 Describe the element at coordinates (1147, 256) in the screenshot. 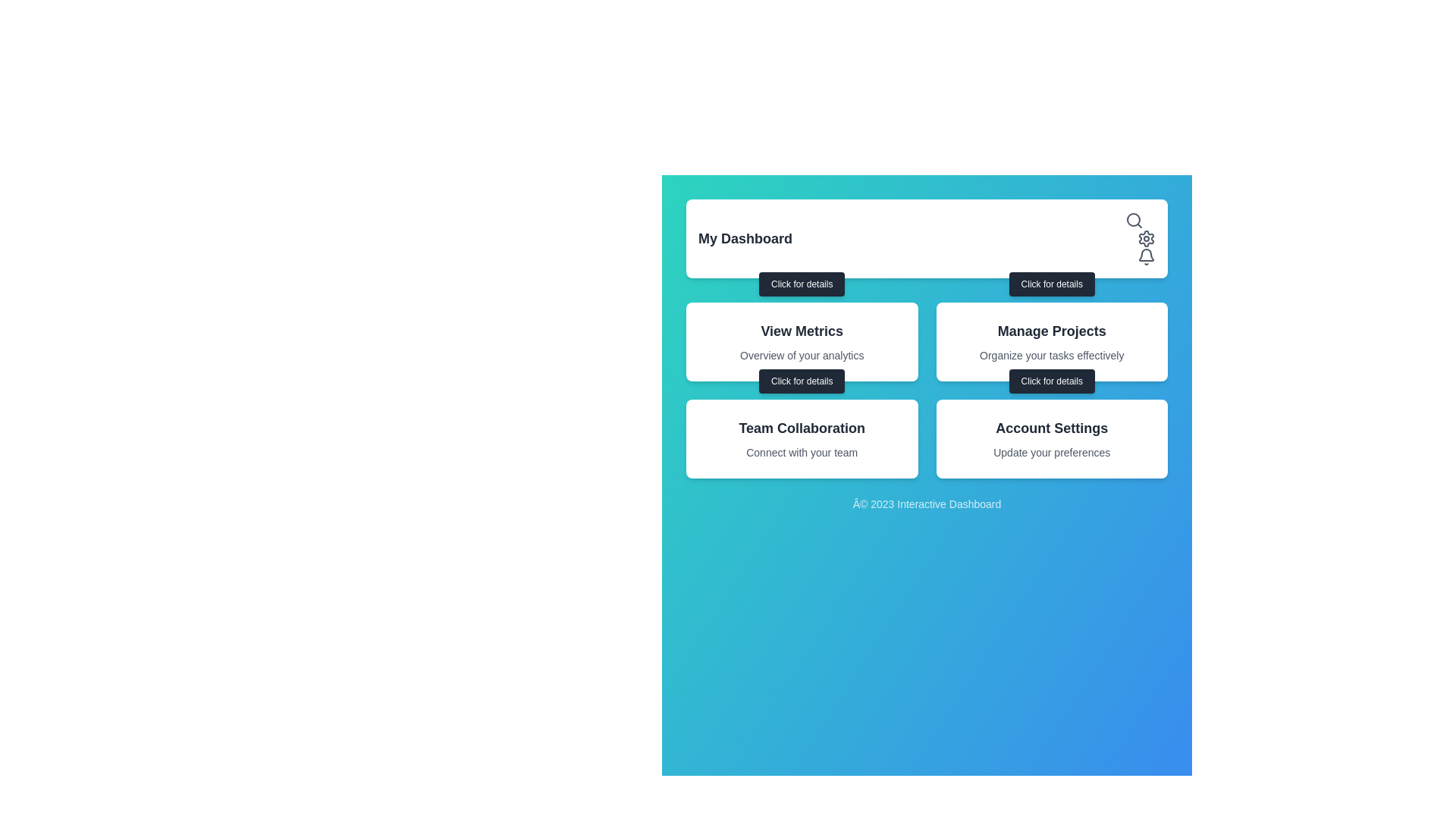

I see `the bell-shaped notification icon in the top-right corner of the navigation bar` at that location.